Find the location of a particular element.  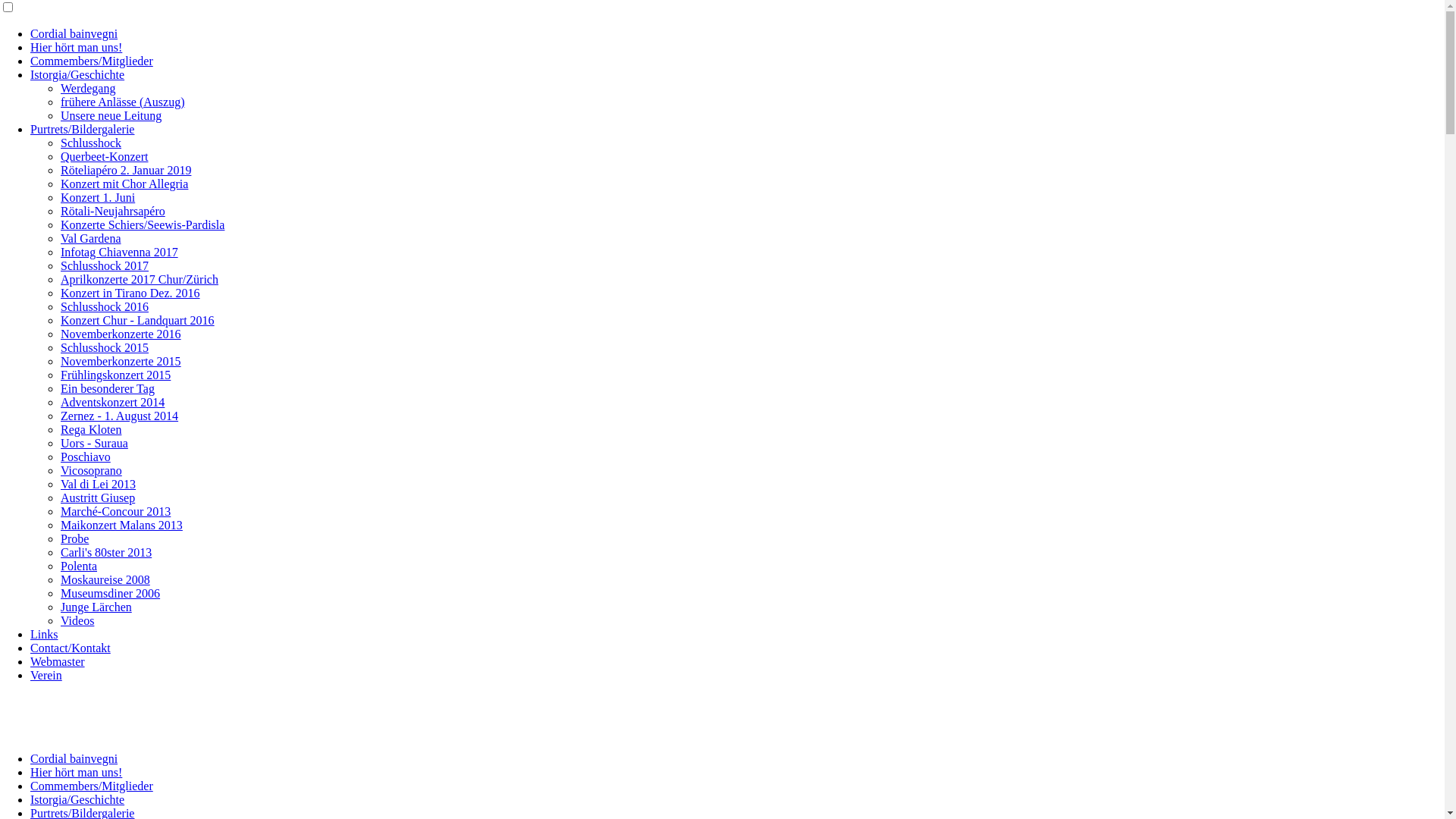

'Querbeet-Konzert' is located at coordinates (61, 156).